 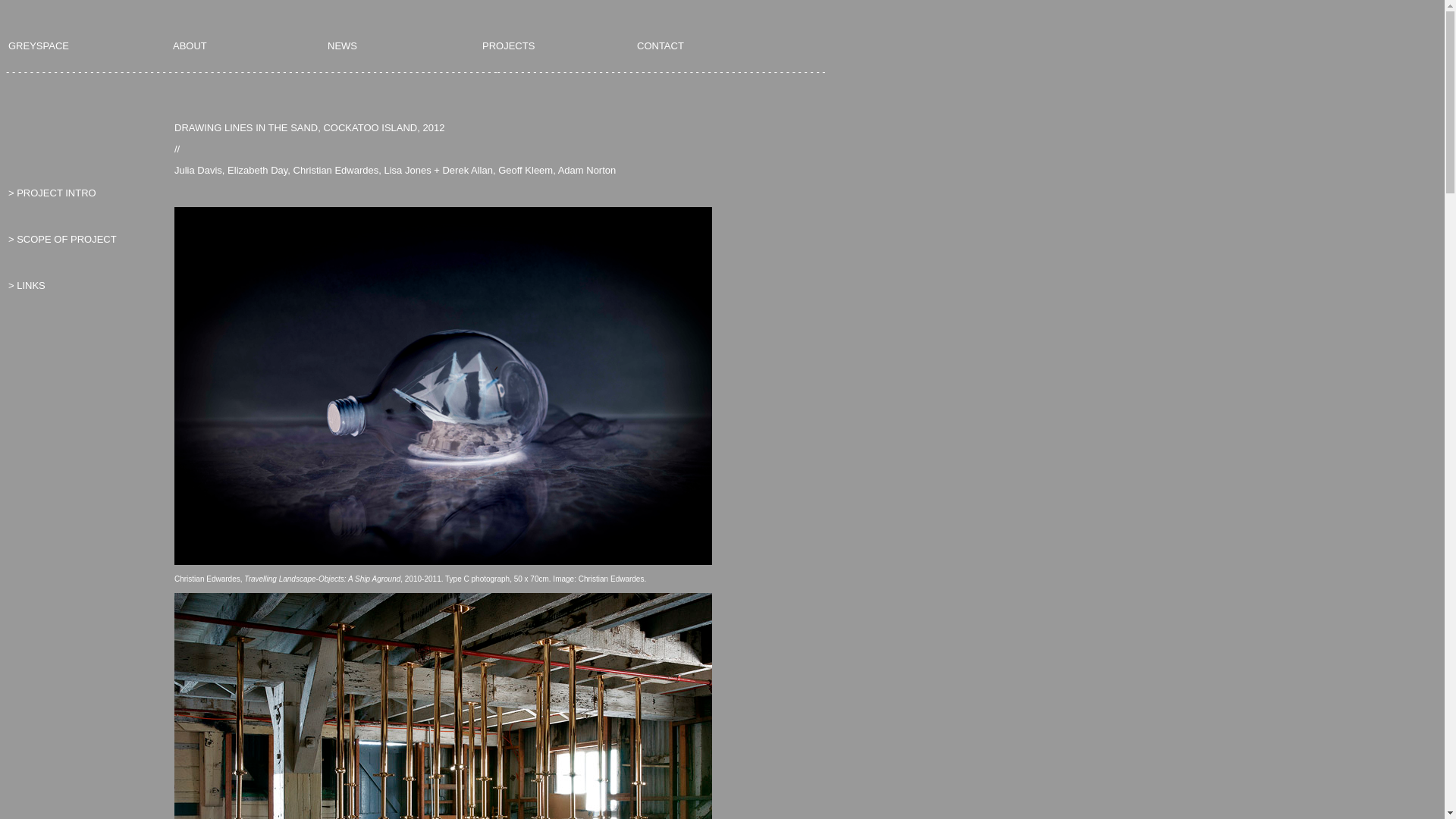 I want to click on '> PROJECT INTRO', so click(x=52, y=192).